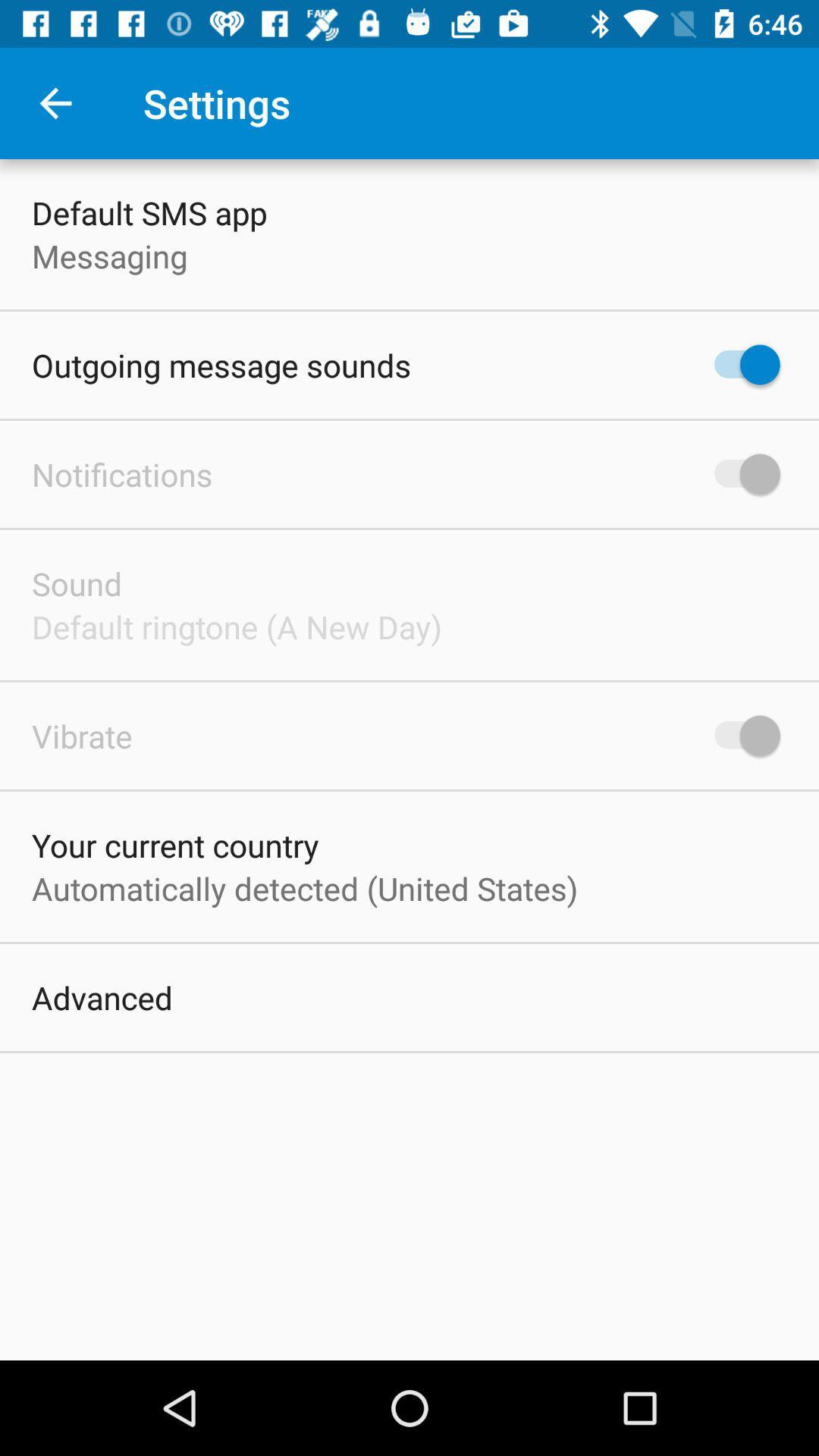 The image size is (819, 1456). What do you see at coordinates (237, 626) in the screenshot?
I see `the default ringtone a item` at bounding box center [237, 626].